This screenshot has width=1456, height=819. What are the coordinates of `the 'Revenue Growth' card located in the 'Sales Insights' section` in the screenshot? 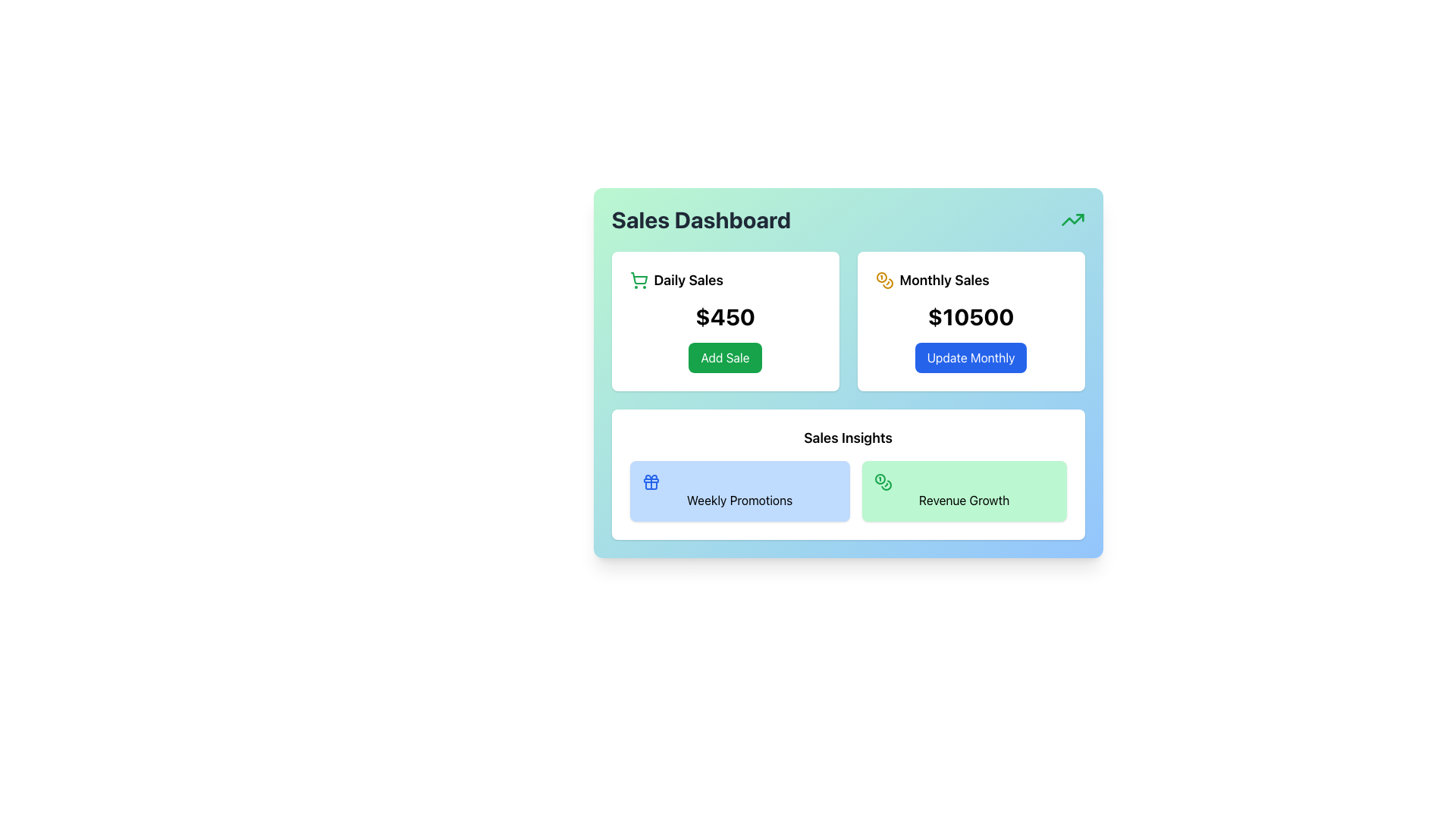 It's located at (963, 491).